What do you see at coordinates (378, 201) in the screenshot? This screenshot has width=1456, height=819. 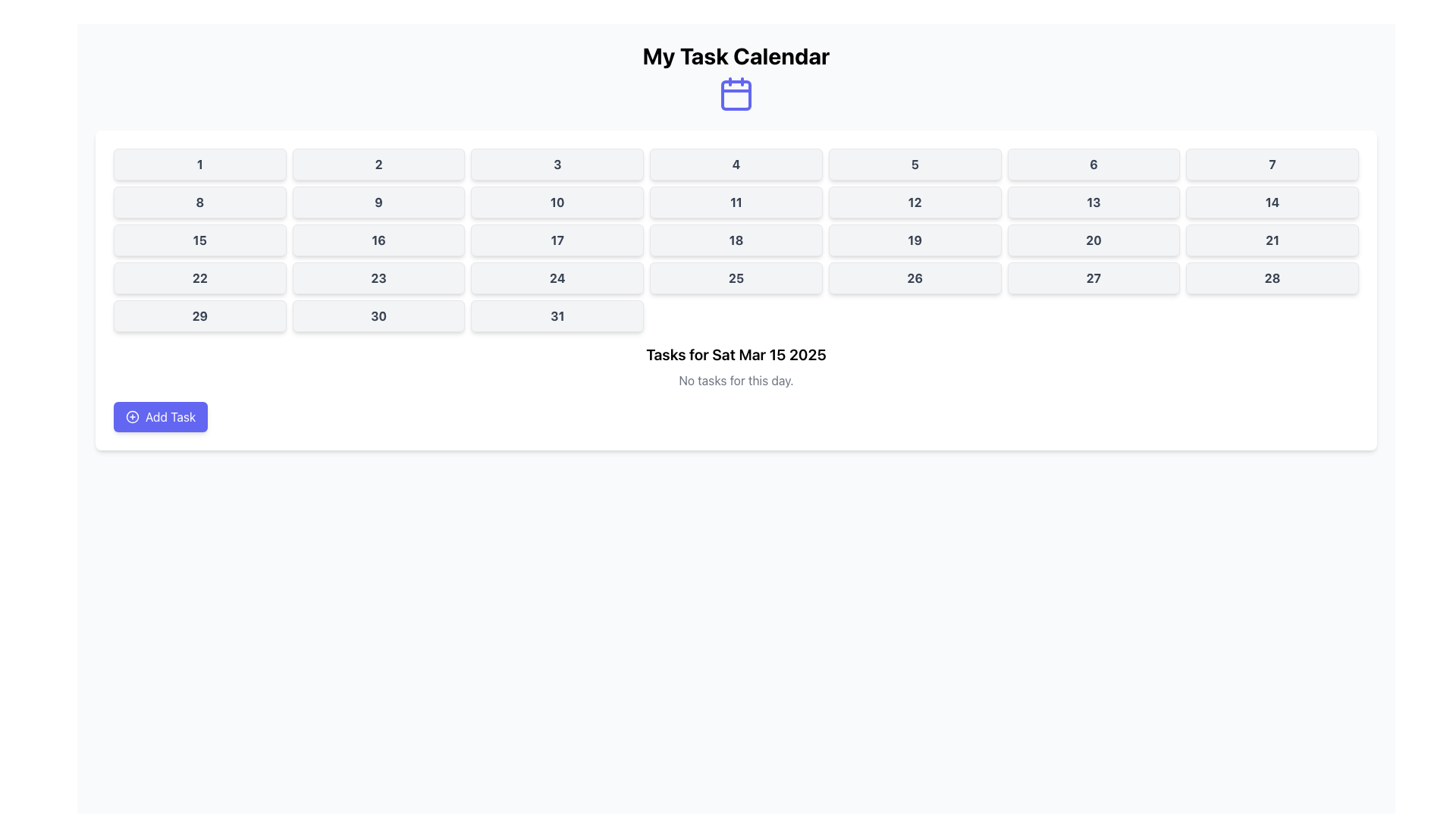 I see `the button labeled '9' which is styled with a light gray background and is located in the second row and second column of the grid layout` at bounding box center [378, 201].